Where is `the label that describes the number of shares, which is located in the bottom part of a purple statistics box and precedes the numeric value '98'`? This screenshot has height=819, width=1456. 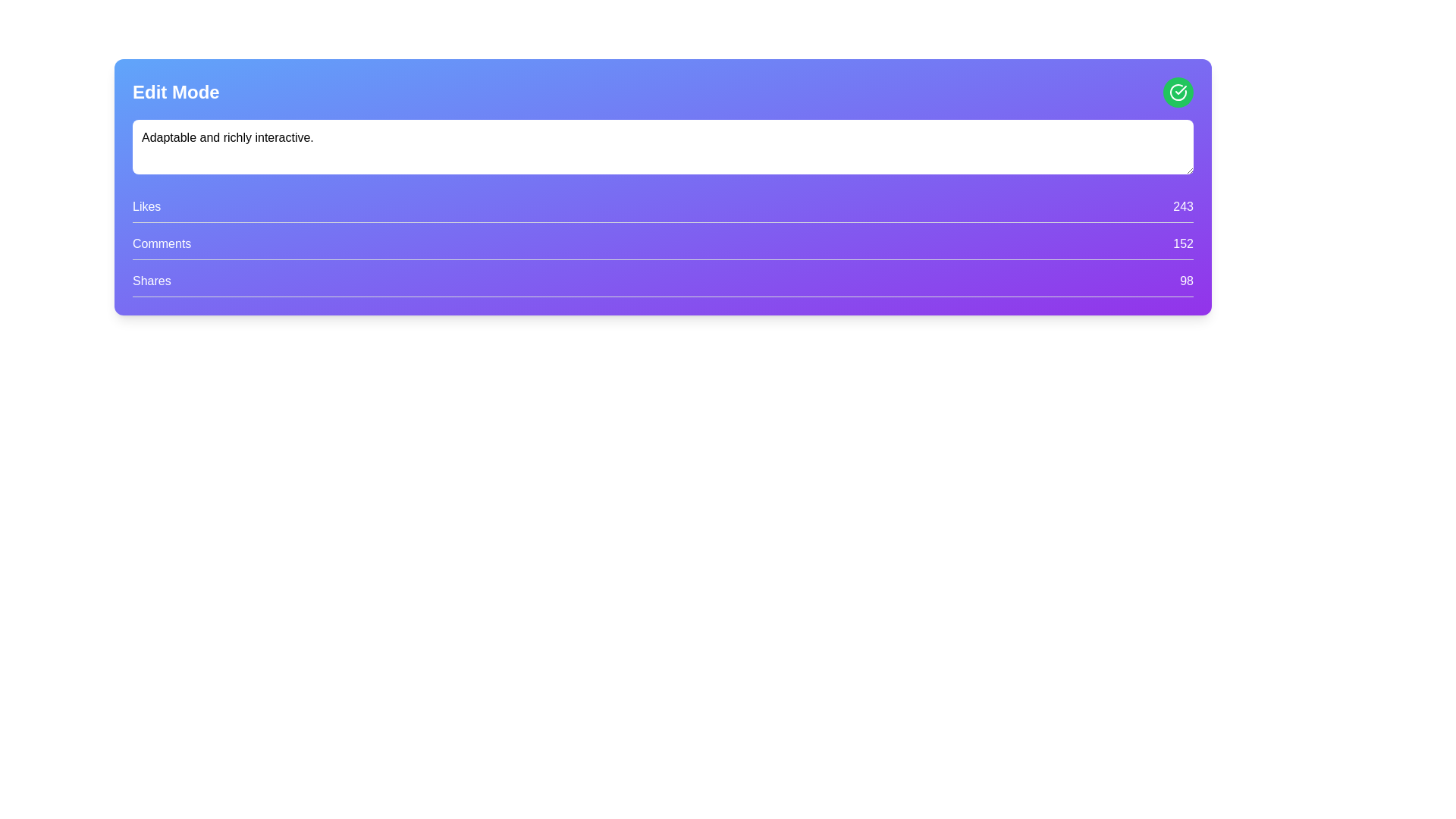
the label that describes the number of shares, which is located in the bottom part of a purple statistics box and precedes the numeric value '98' is located at coordinates (152, 281).